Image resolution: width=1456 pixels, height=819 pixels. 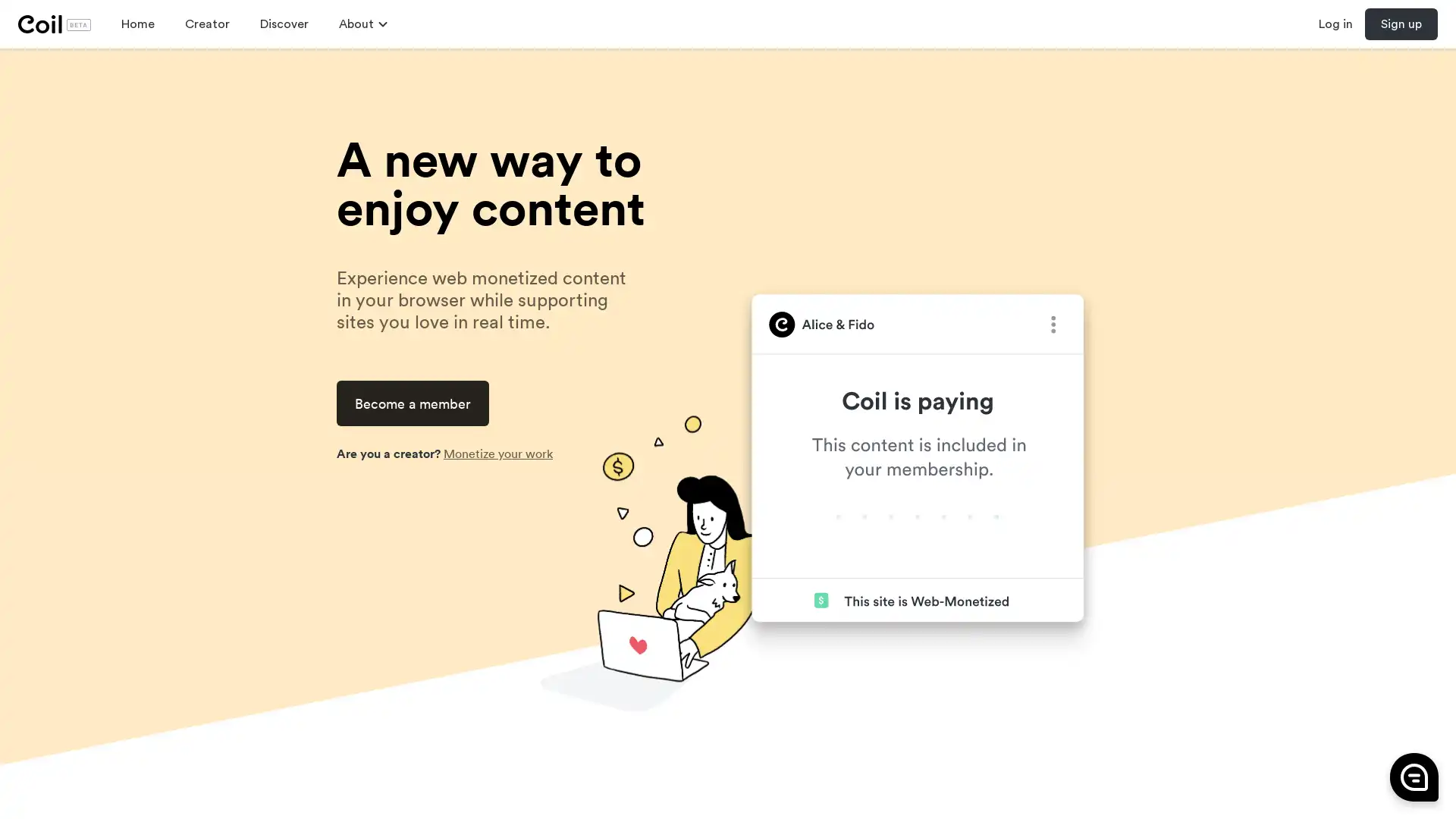 I want to click on Discover, so click(x=284, y=24).